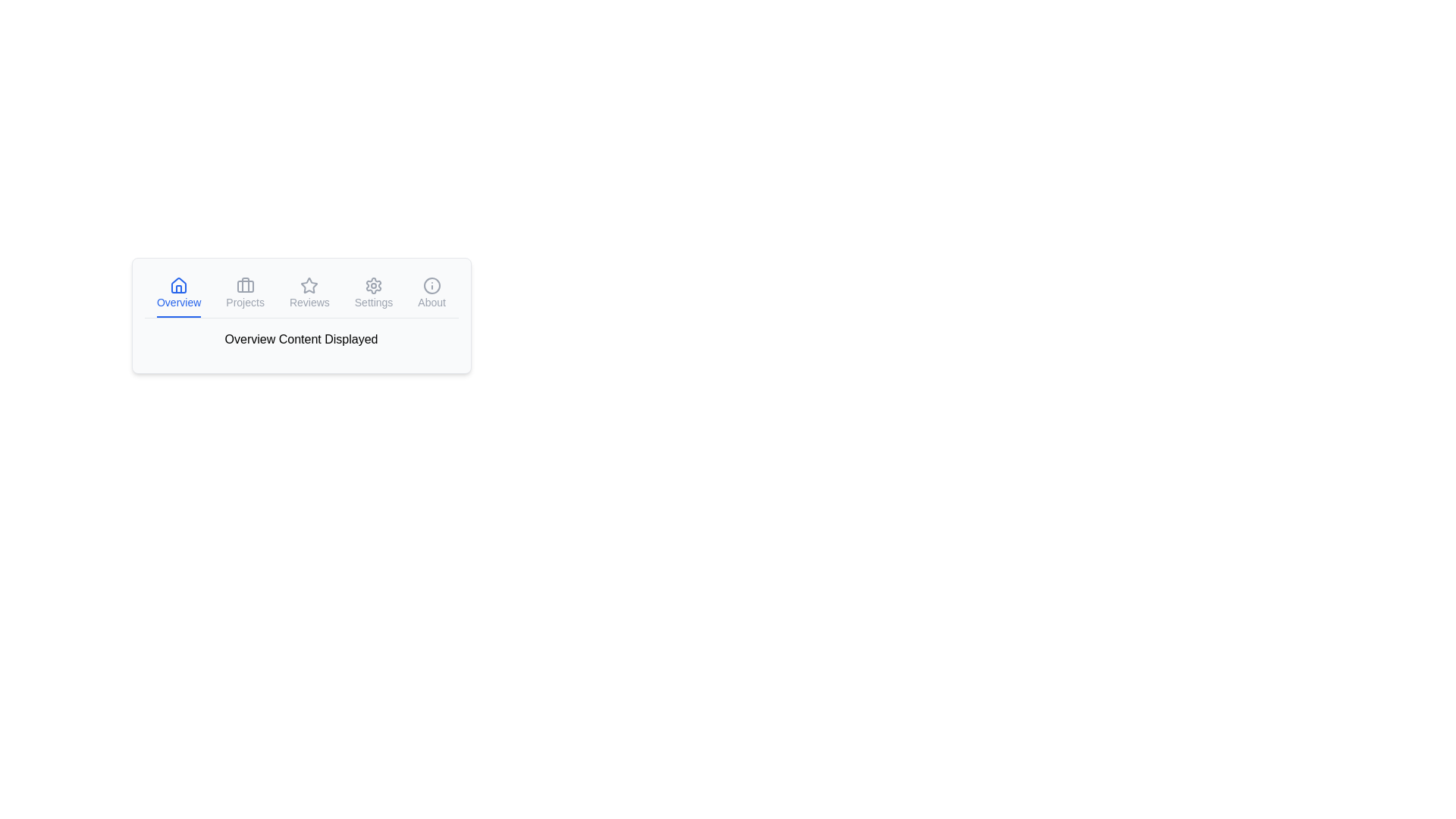  I want to click on the tab labeled Overview to view its content, so click(178, 294).